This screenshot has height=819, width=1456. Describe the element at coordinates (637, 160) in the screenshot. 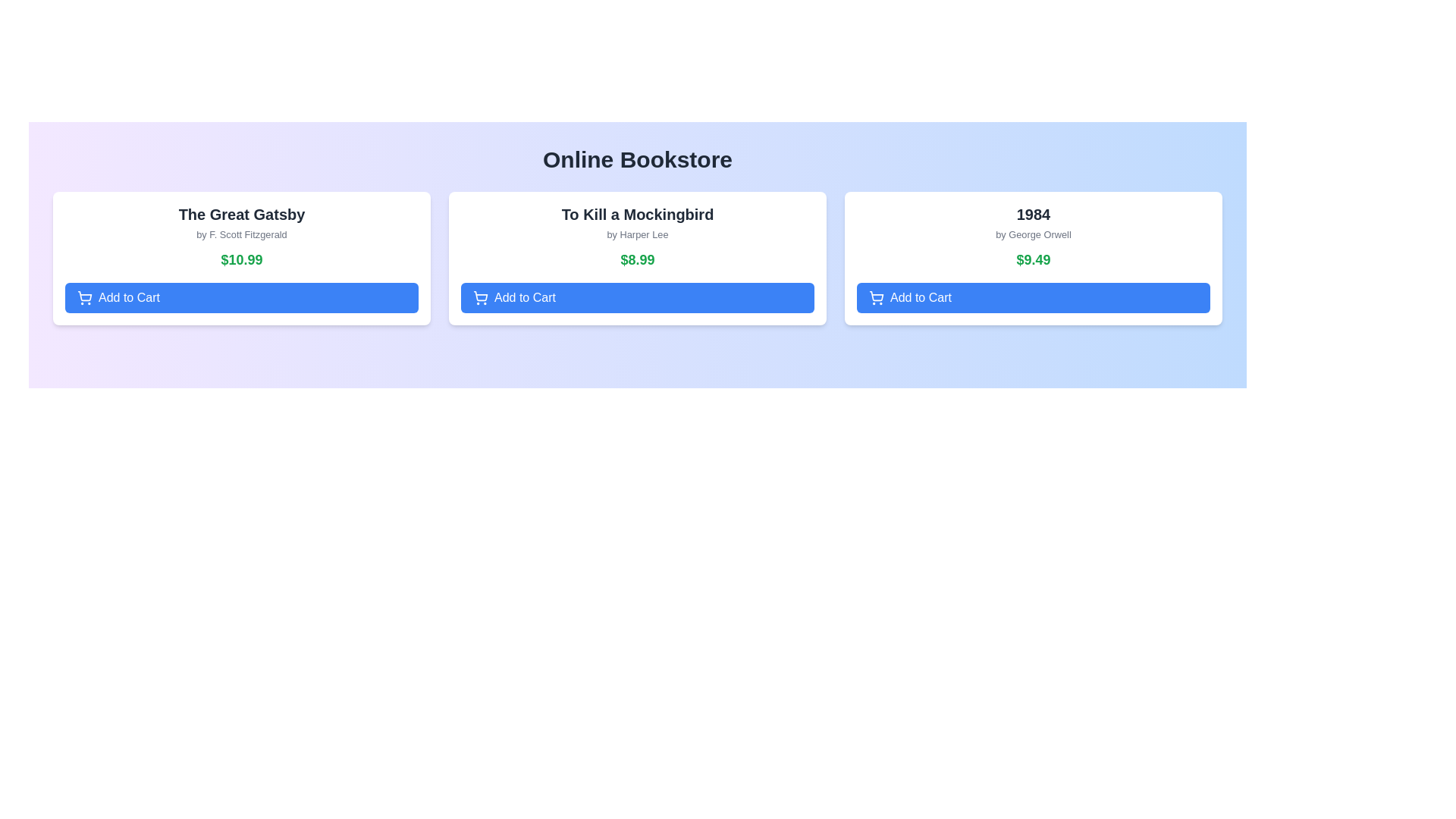

I see `text of the heading 'Online Bookstore', which is a large, bold, dark-gray title centered at the top of the content section` at that location.